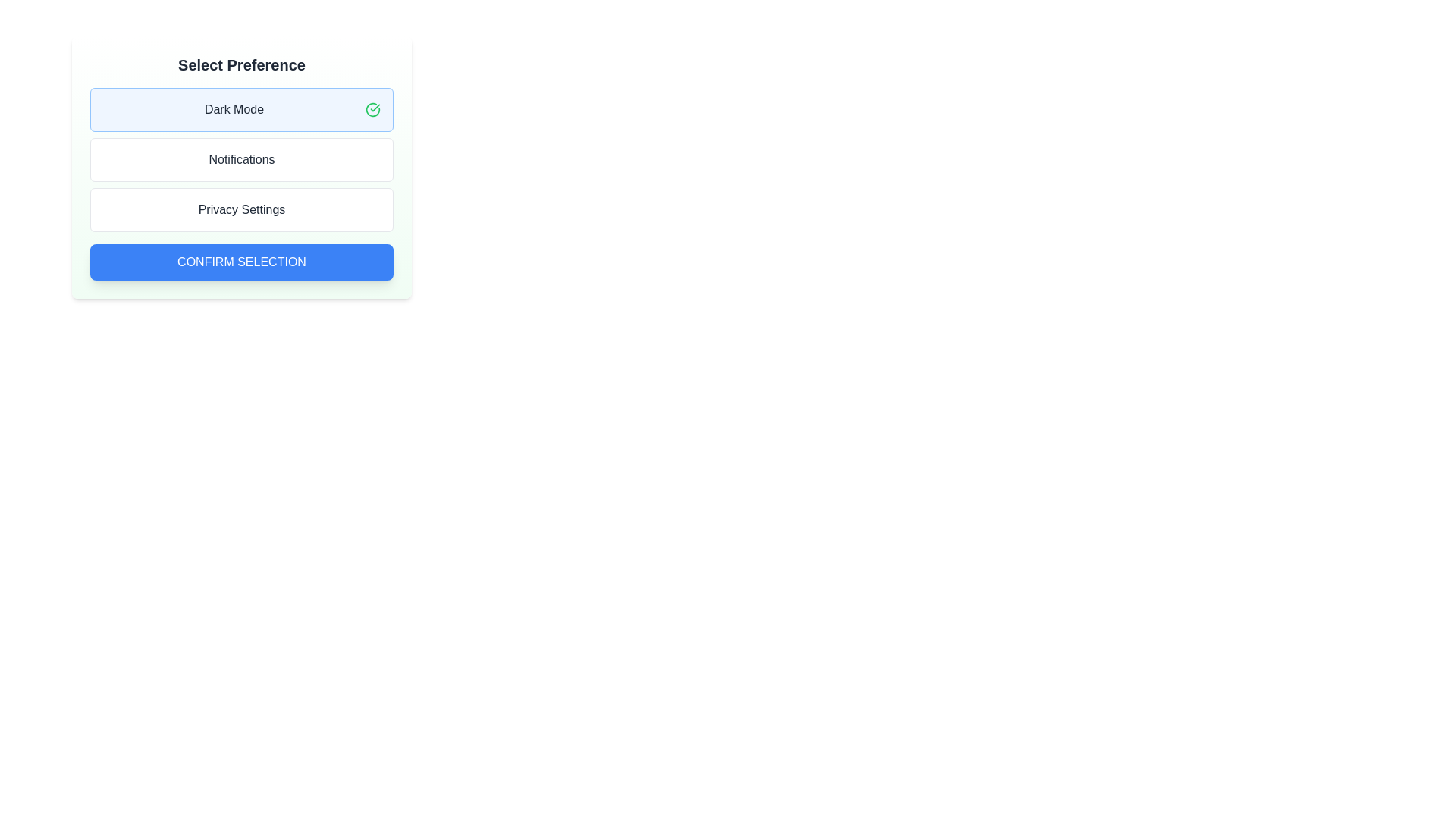 The image size is (1456, 819). I want to click on the notification settings button, which is the second item in a vertical list of options located below 'Dark Mode' and above 'Privacy Settings', so click(240, 160).